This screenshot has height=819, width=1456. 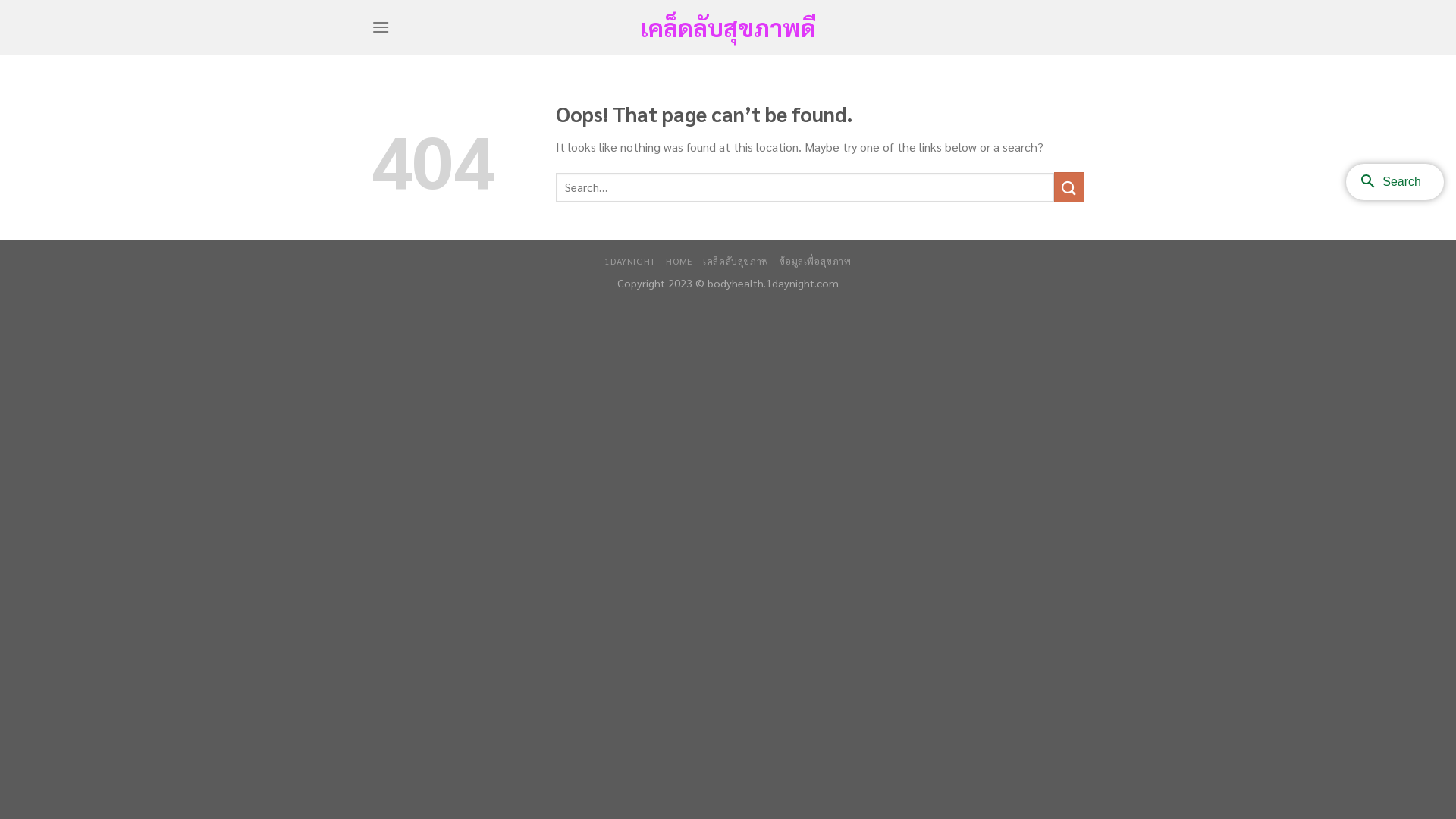 I want to click on 'HOME', so click(x=678, y=259).